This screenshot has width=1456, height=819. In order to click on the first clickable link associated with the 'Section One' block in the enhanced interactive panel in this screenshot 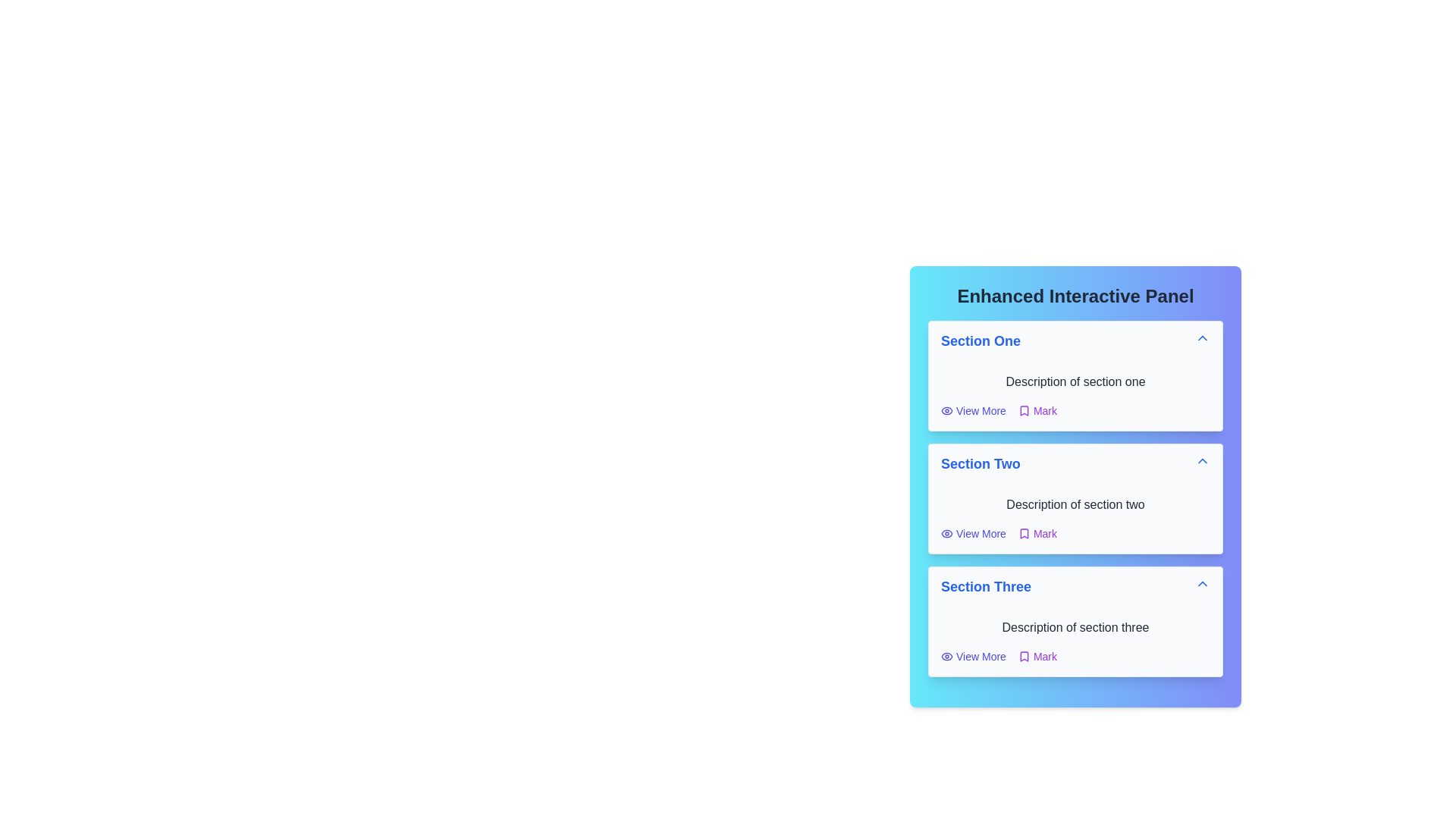, I will do `click(973, 411)`.